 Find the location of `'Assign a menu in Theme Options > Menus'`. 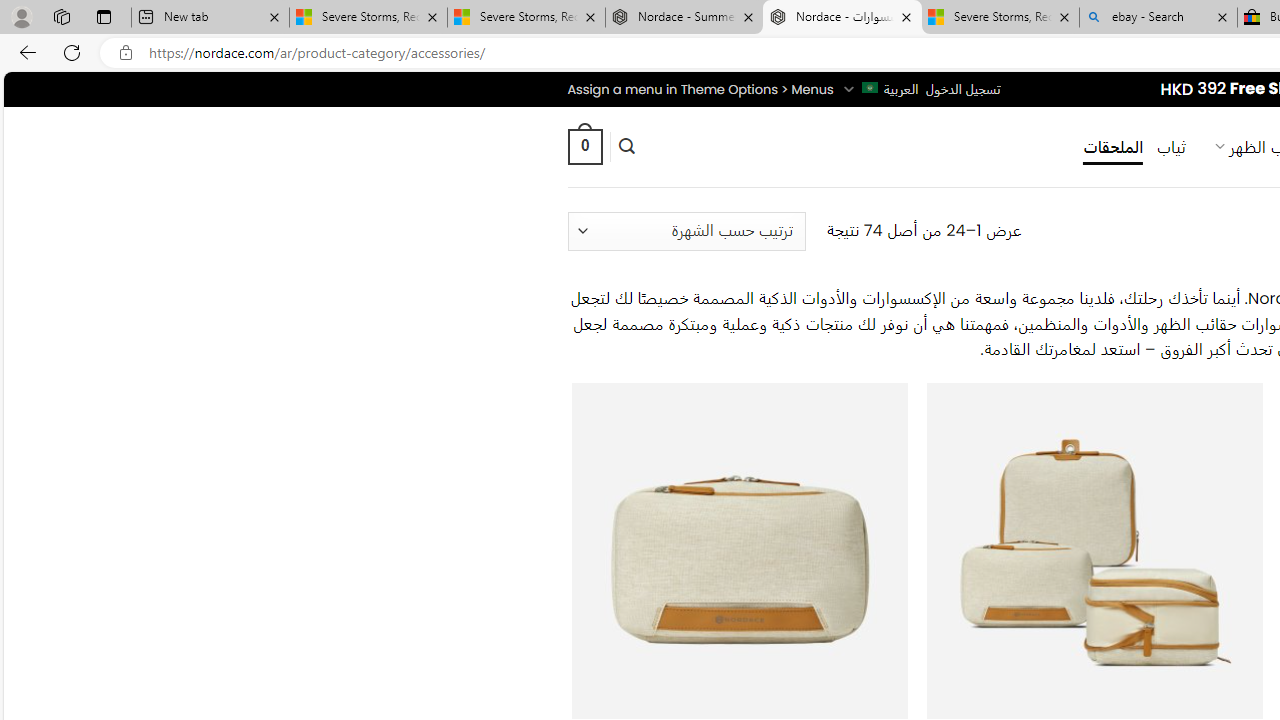

'Assign a menu in Theme Options > Menus' is located at coordinates (700, 88).